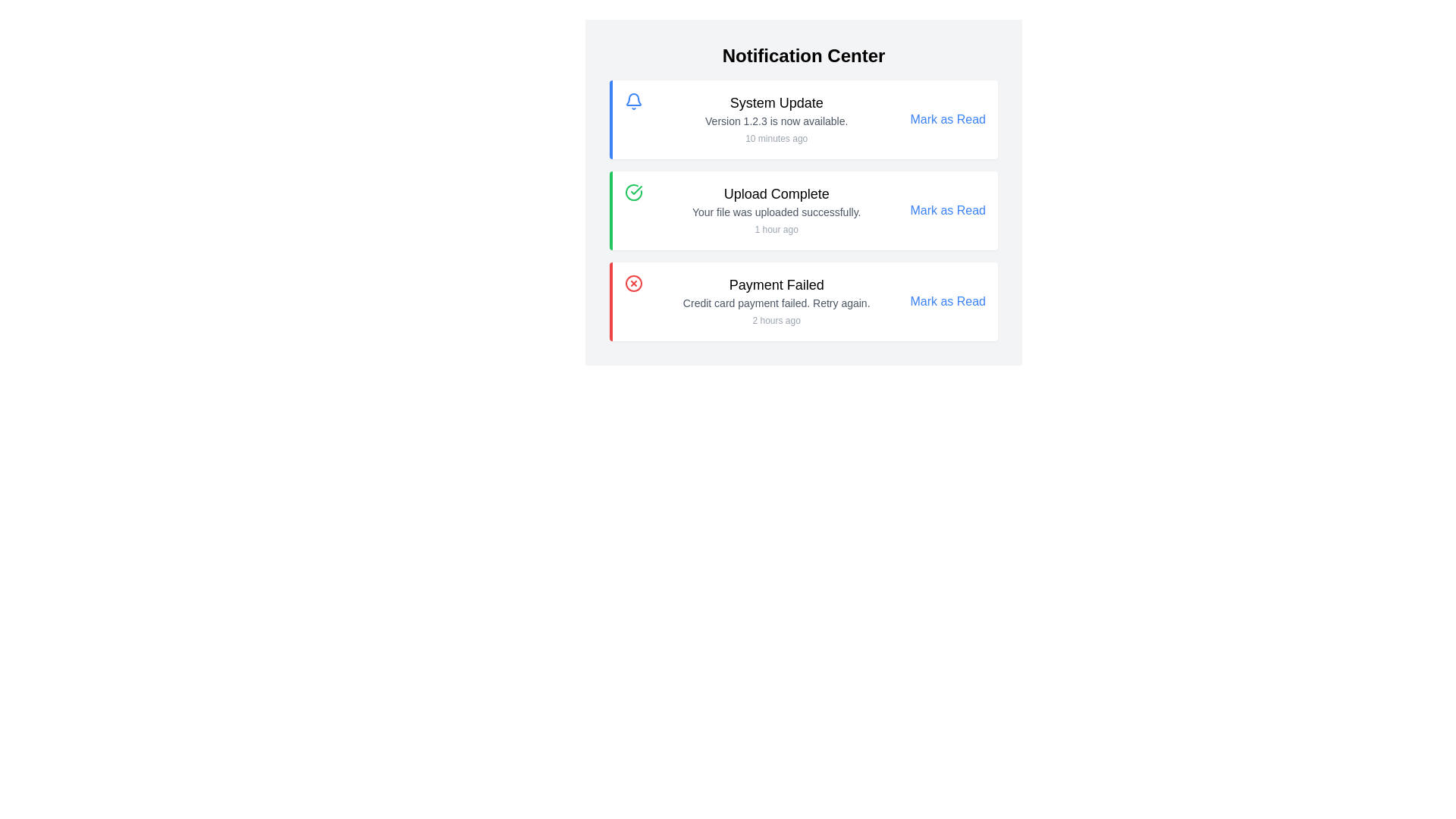 The height and width of the screenshot is (819, 1456). Describe the element at coordinates (803, 55) in the screenshot. I see `the 'Notification Center' text header, which features large, bold, black text in a modern sans-serif font, positioned at the top of the centered list layout` at that location.